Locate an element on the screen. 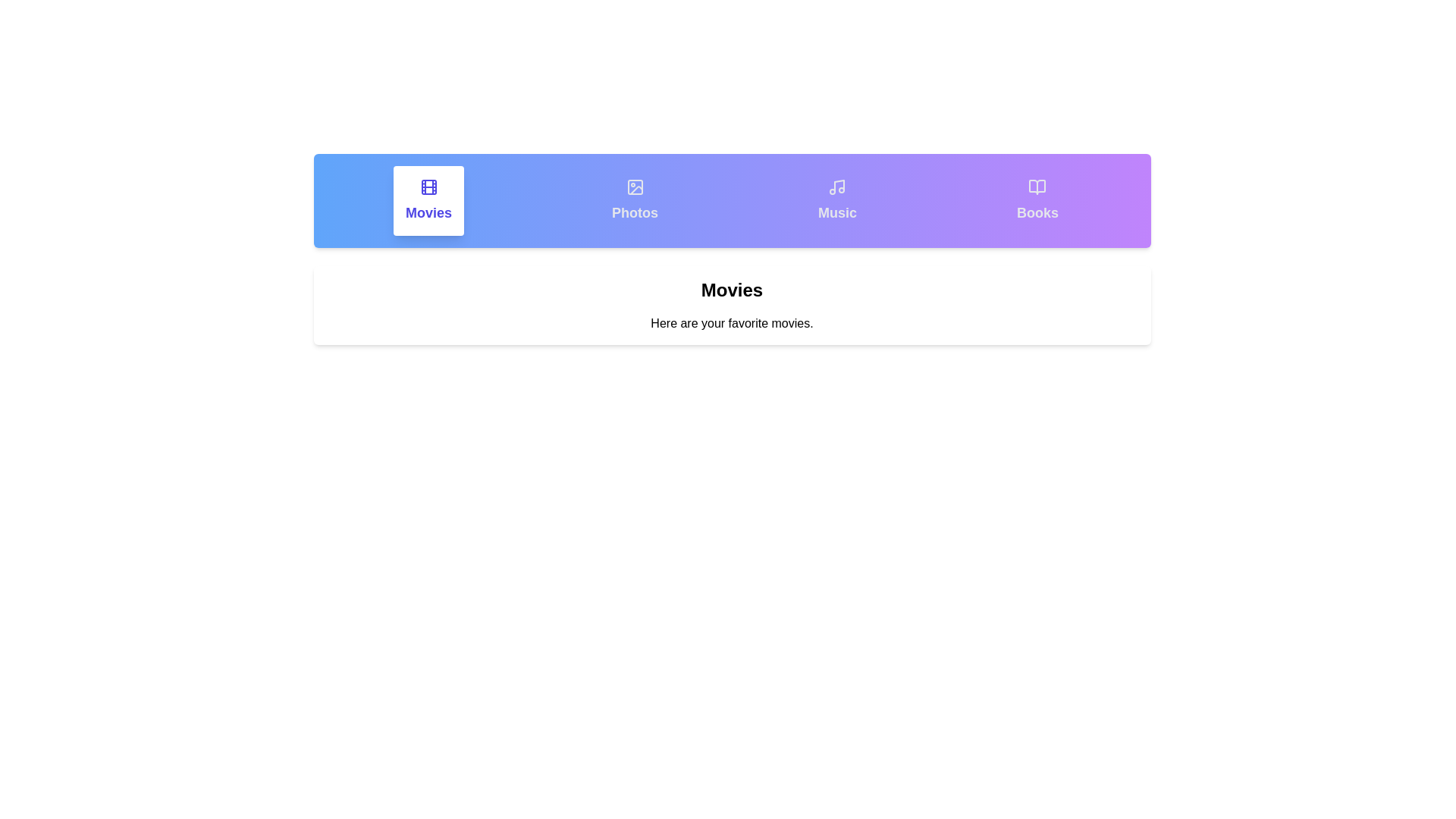  the tab labeled Books to display its content is located at coordinates (1037, 200).